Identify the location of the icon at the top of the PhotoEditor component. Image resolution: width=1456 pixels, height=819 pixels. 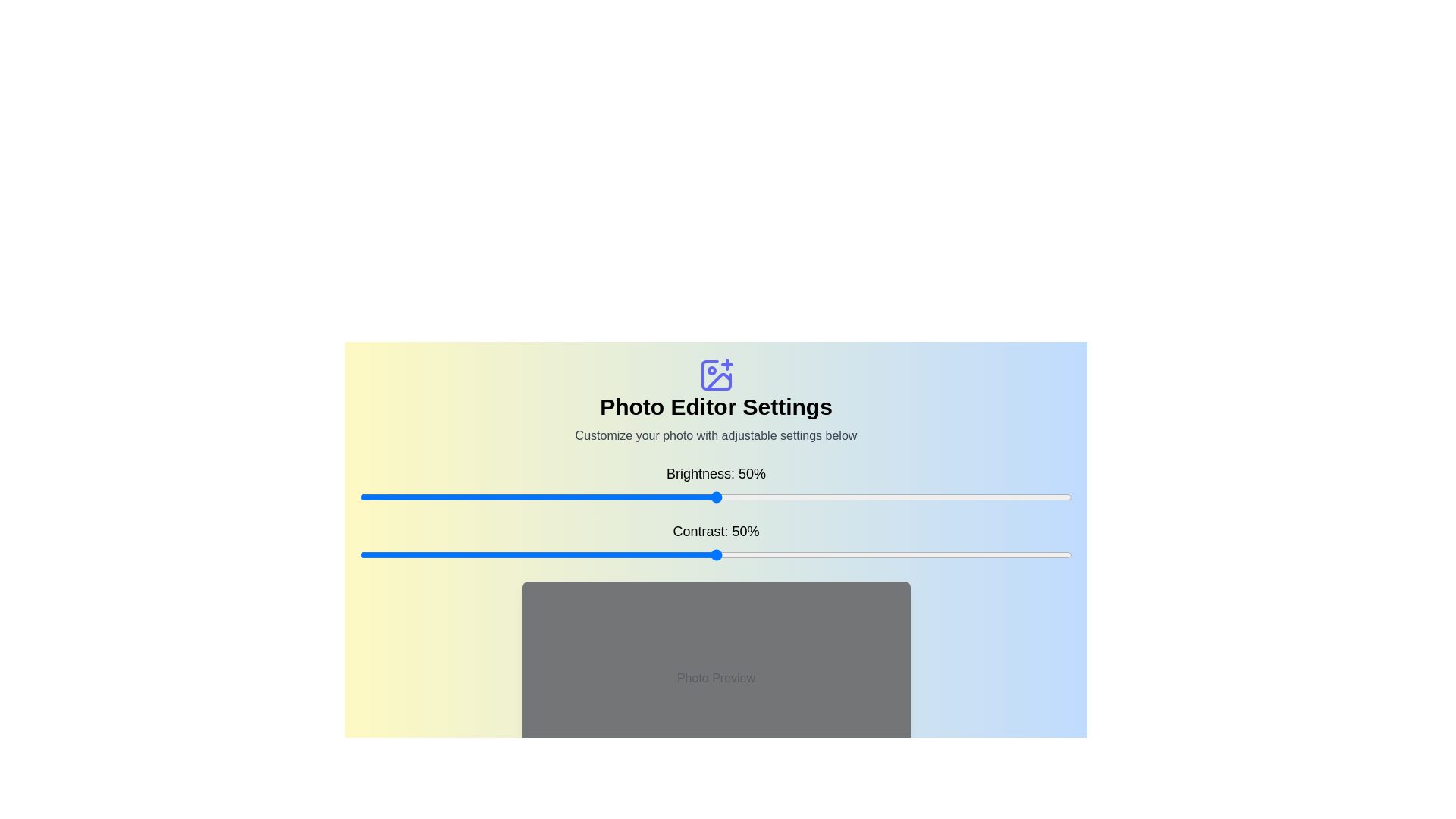
(715, 375).